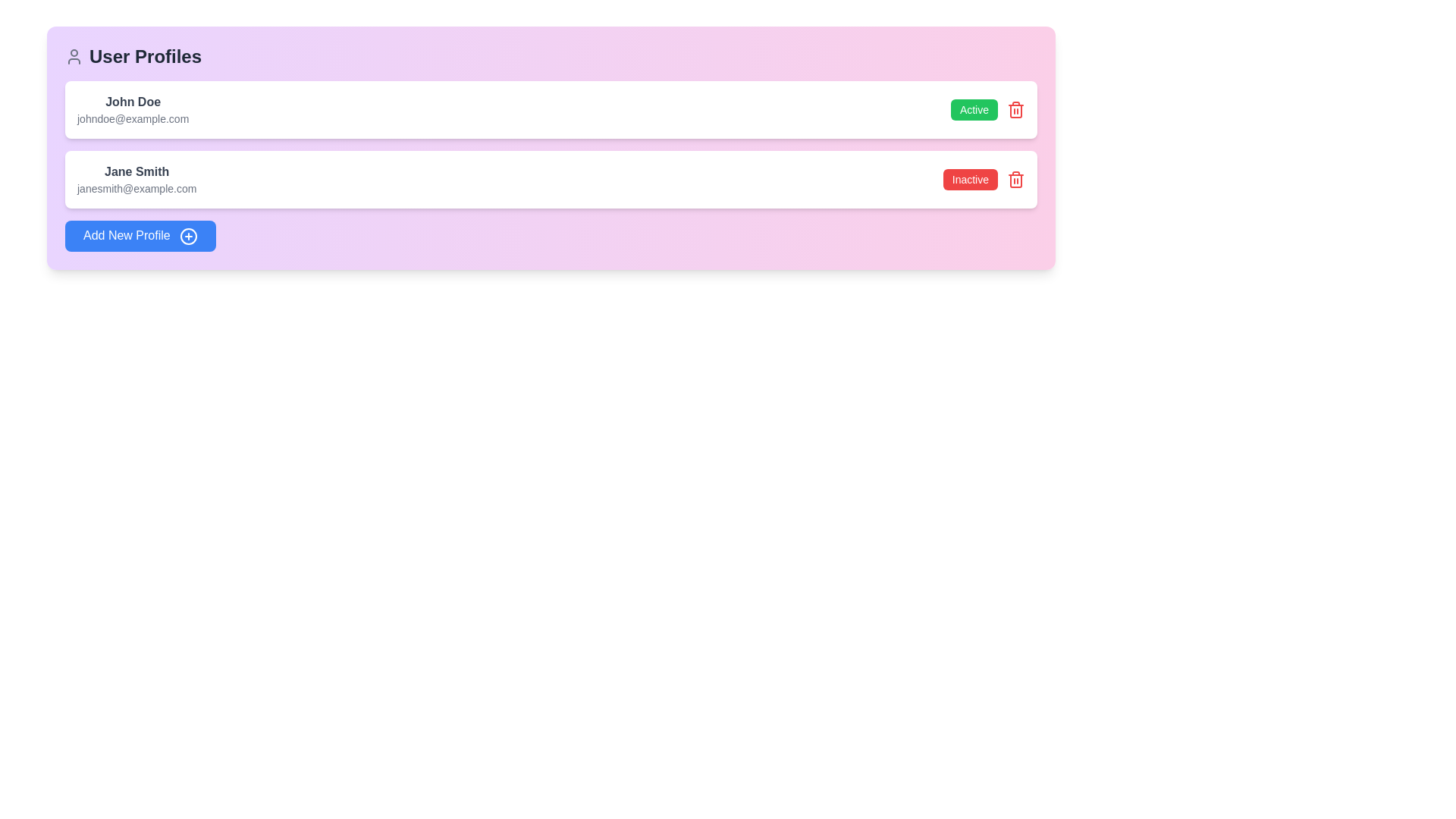 This screenshot has height=819, width=1456. I want to click on the text label displaying the email address for user 'Jane Smith', which is located beneath the name text in the second user profile card, so click(136, 188).